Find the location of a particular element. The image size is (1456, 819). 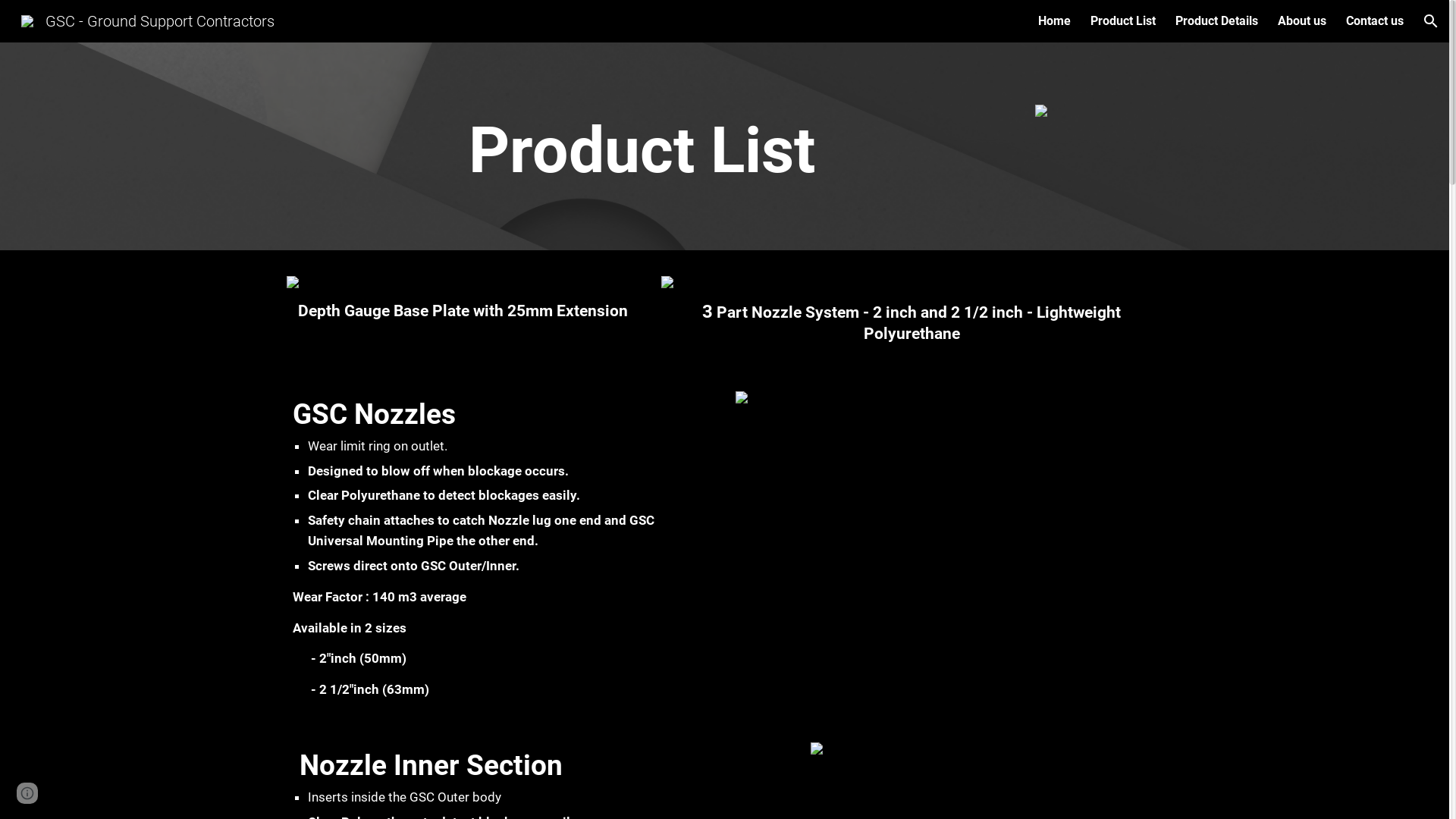

'Product List' is located at coordinates (1123, 20).